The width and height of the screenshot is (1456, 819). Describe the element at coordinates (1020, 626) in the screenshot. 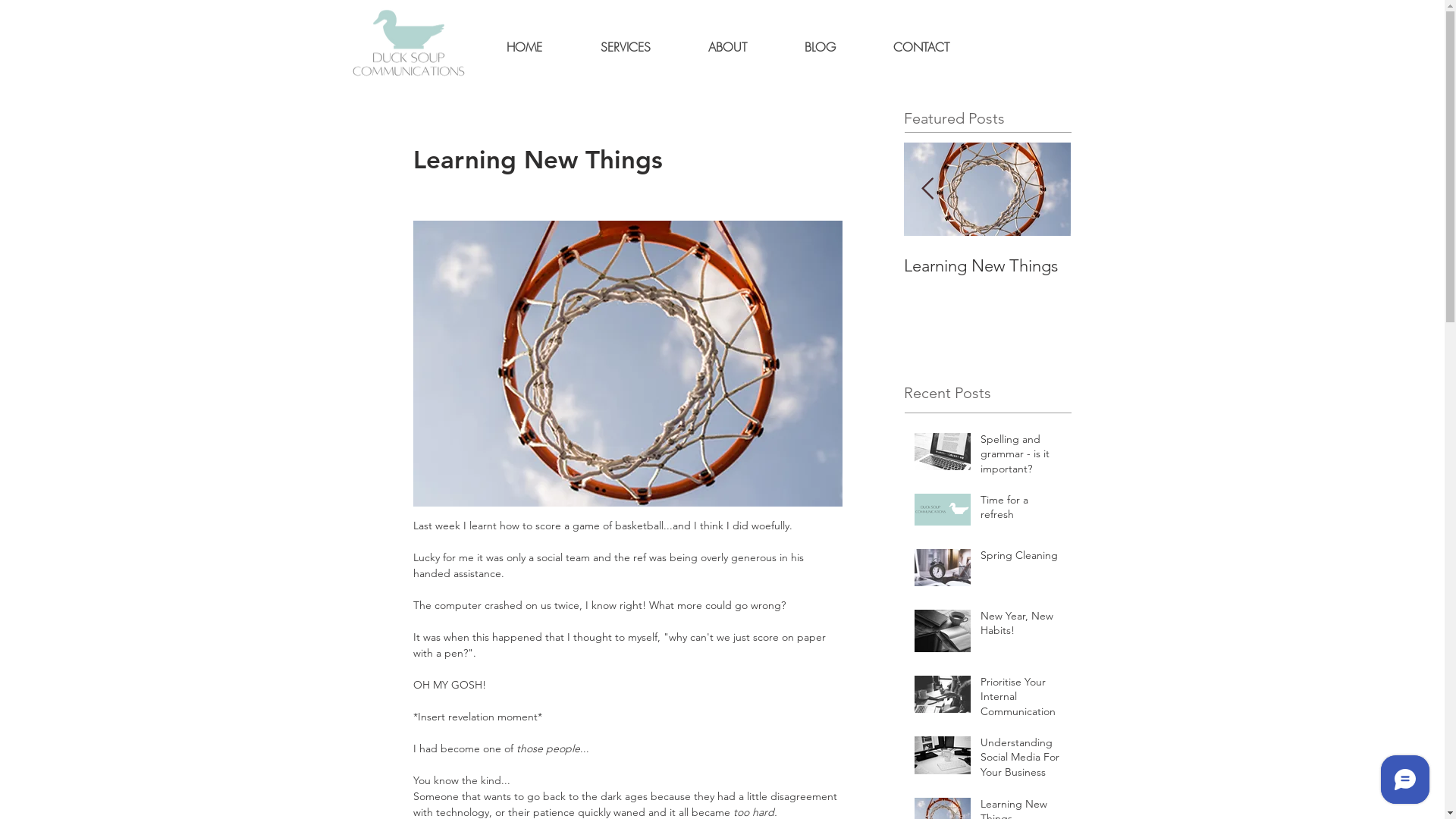

I see `'New Year, New Habits!'` at that location.